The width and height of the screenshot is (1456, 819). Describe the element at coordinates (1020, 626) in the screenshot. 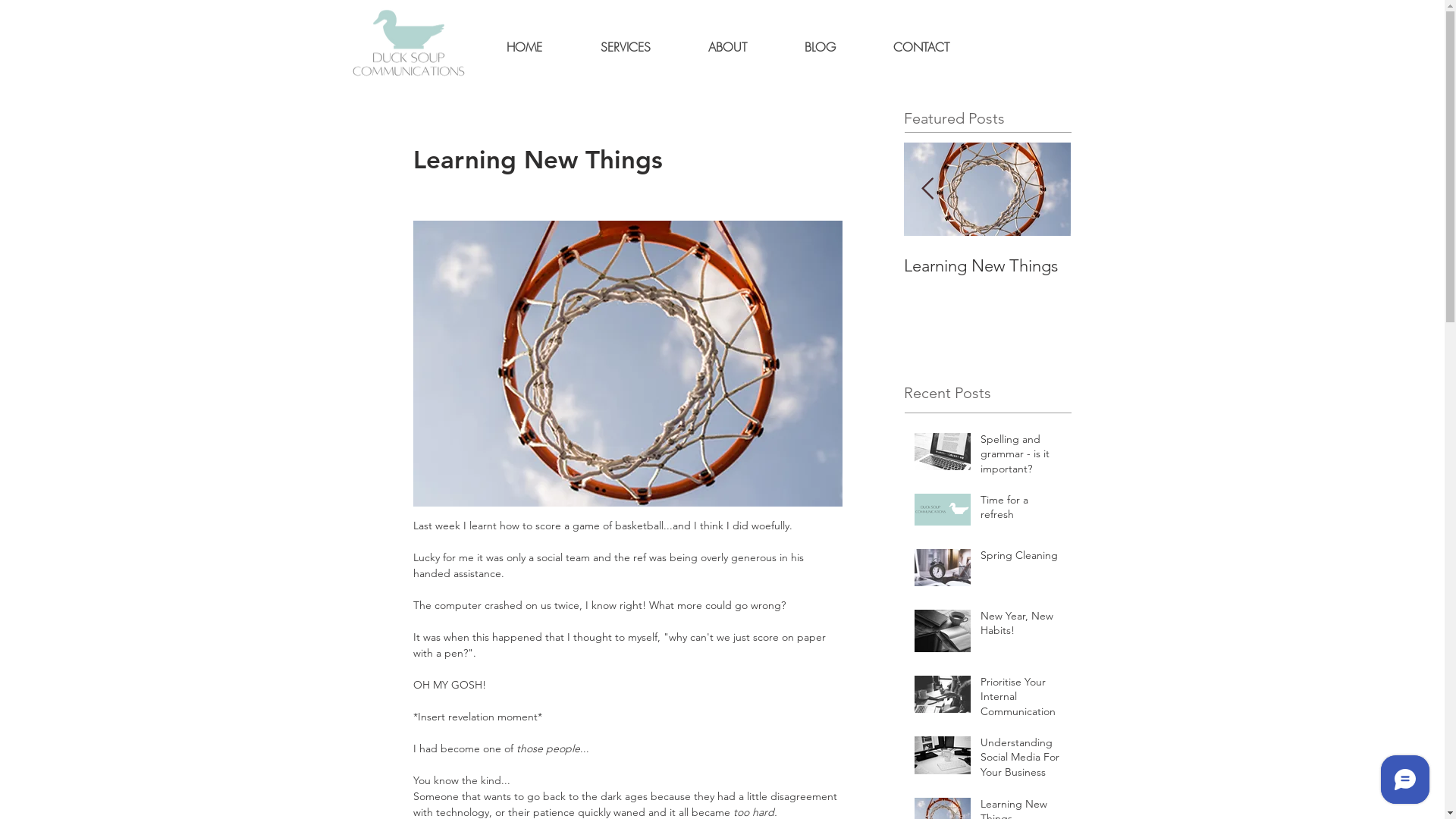

I see `'New Year, New Habits!'` at that location.